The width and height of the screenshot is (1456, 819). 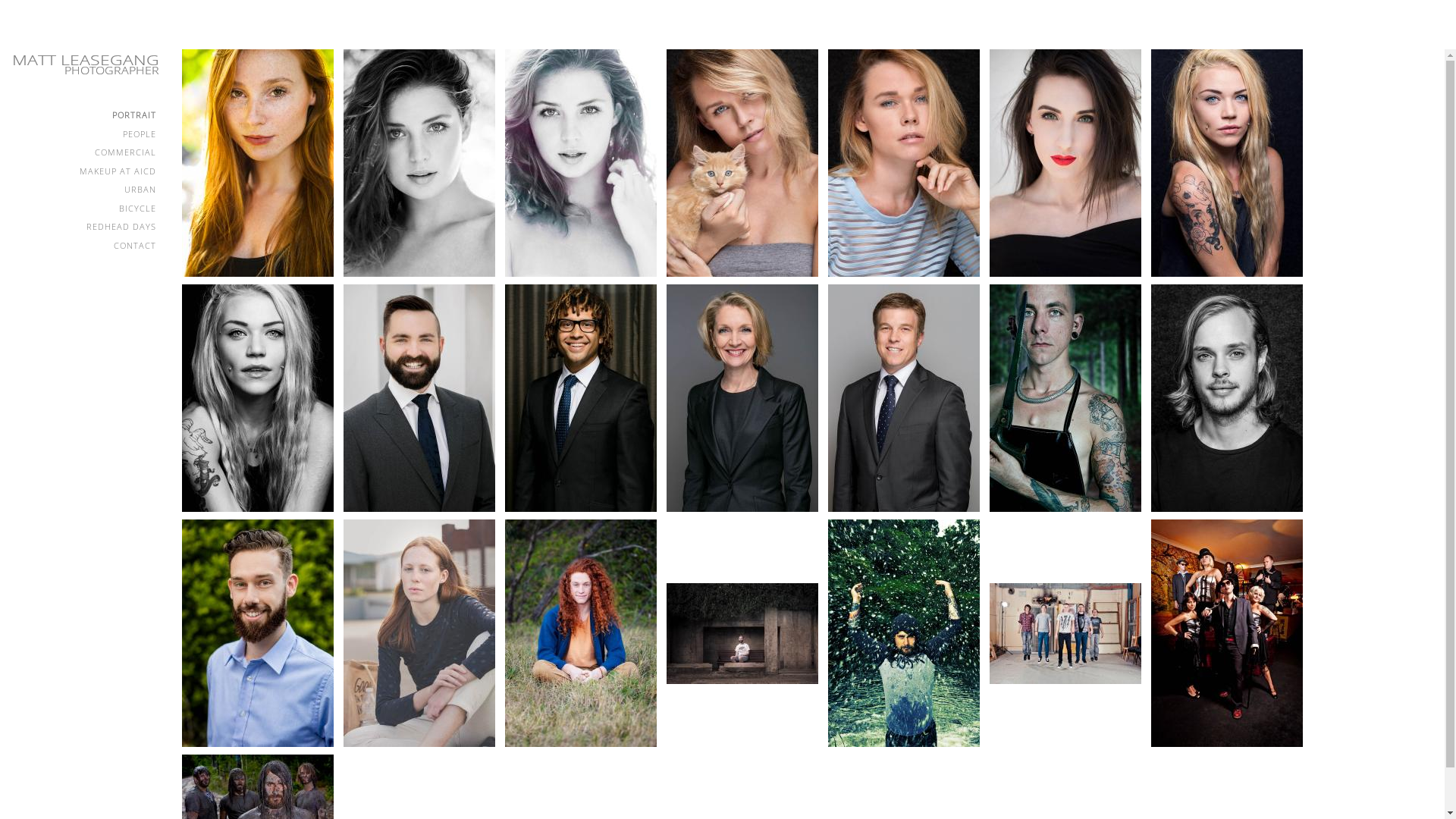 I want to click on 'COMMERCIAL', so click(x=83, y=152).